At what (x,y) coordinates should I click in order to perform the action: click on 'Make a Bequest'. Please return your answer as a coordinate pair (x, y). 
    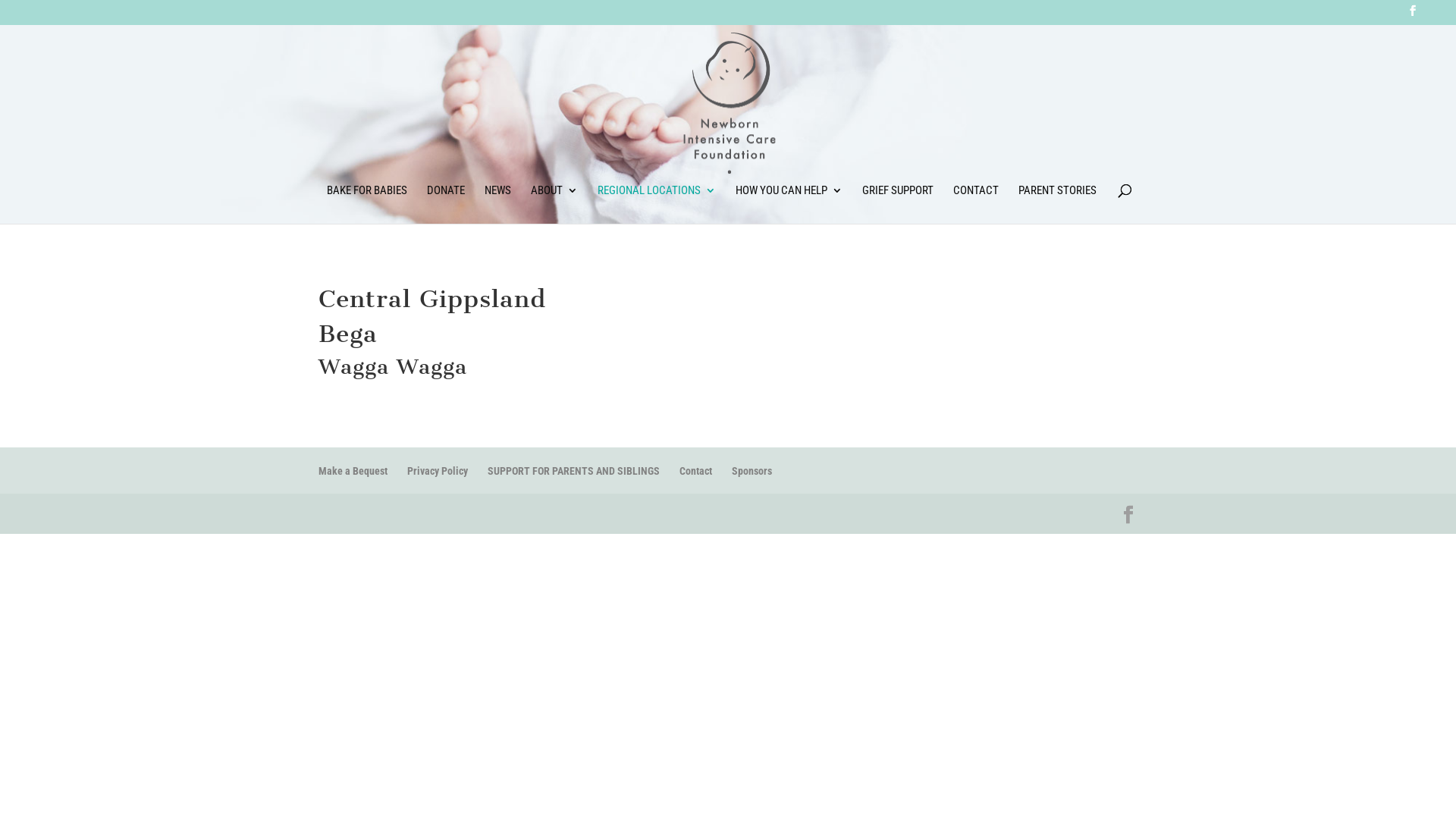
    Looking at the image, I should click on (352, 470).